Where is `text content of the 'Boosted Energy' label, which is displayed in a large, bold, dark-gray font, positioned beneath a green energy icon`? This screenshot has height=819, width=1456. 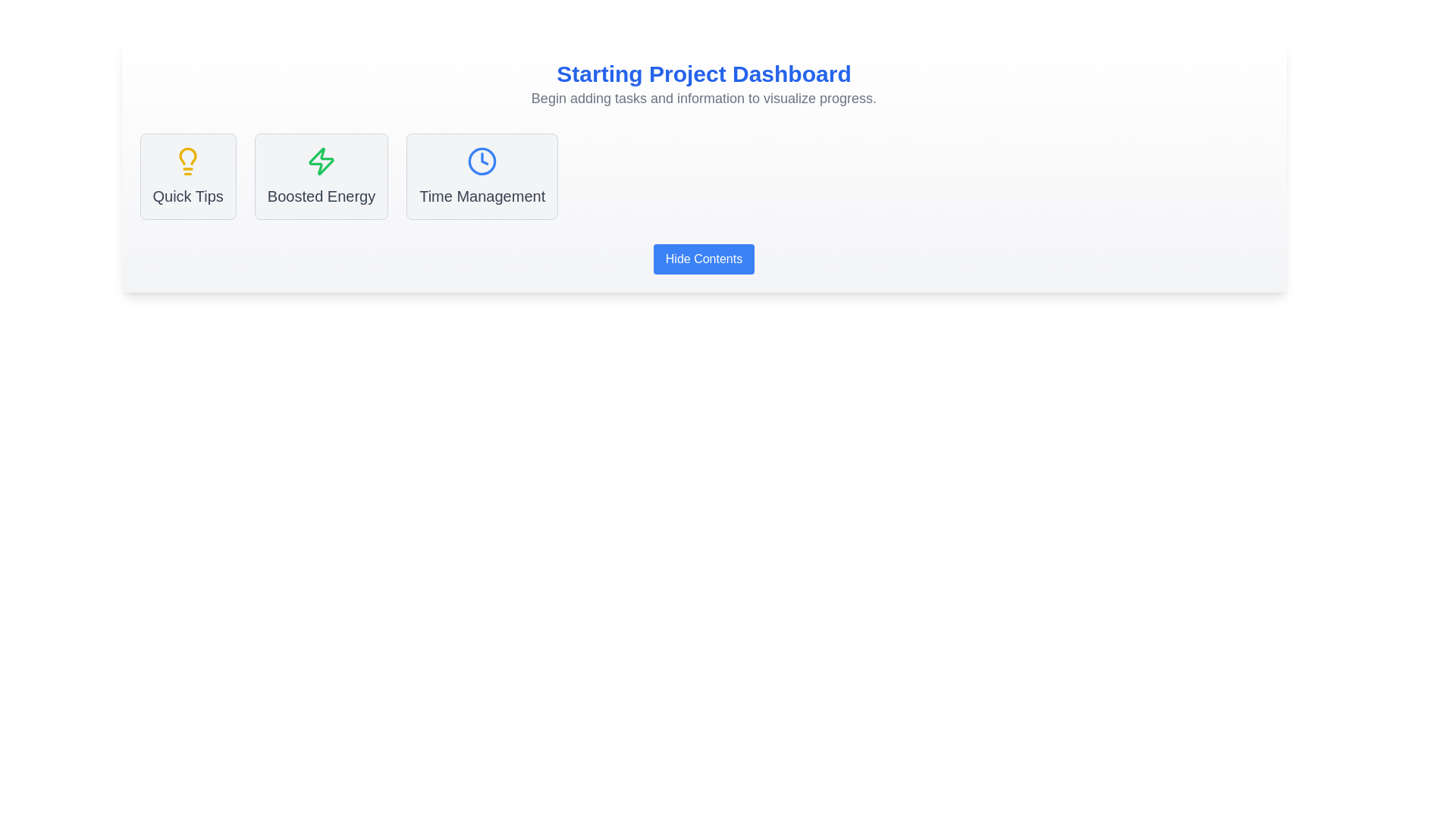
text content of the 'Boosted Energy' label, which is displayed in a large, bold, dark-gray font, positioned beneath a green energy icon is located at coordinates (320, 195).